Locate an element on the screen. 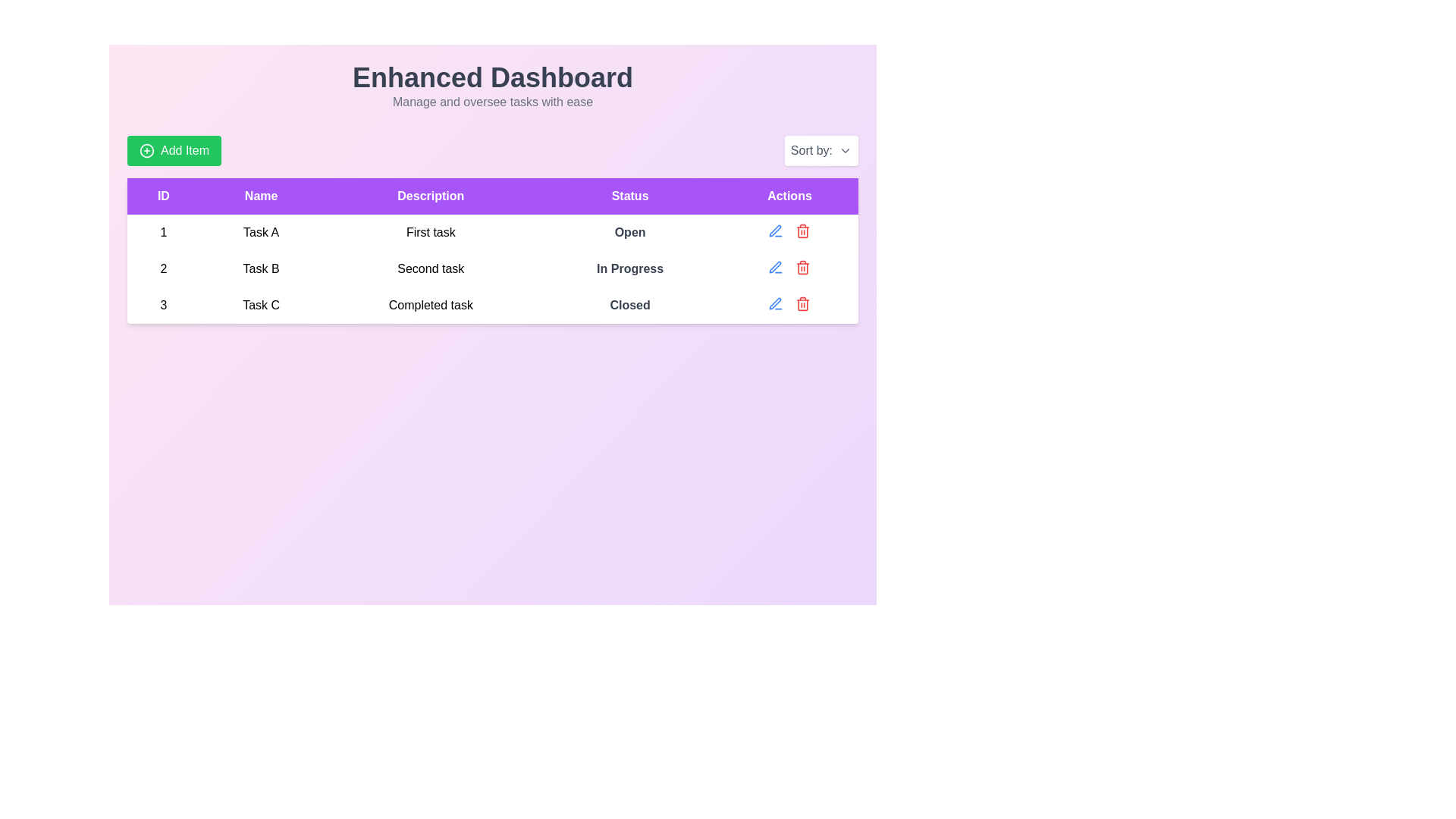 Image resolution: width=1456 pixels, height=819 pixels. to select the third row in the task table labeled 'Task C' with the status 'Completed' and final state 'Closed' is located at coordinates (492, 305).